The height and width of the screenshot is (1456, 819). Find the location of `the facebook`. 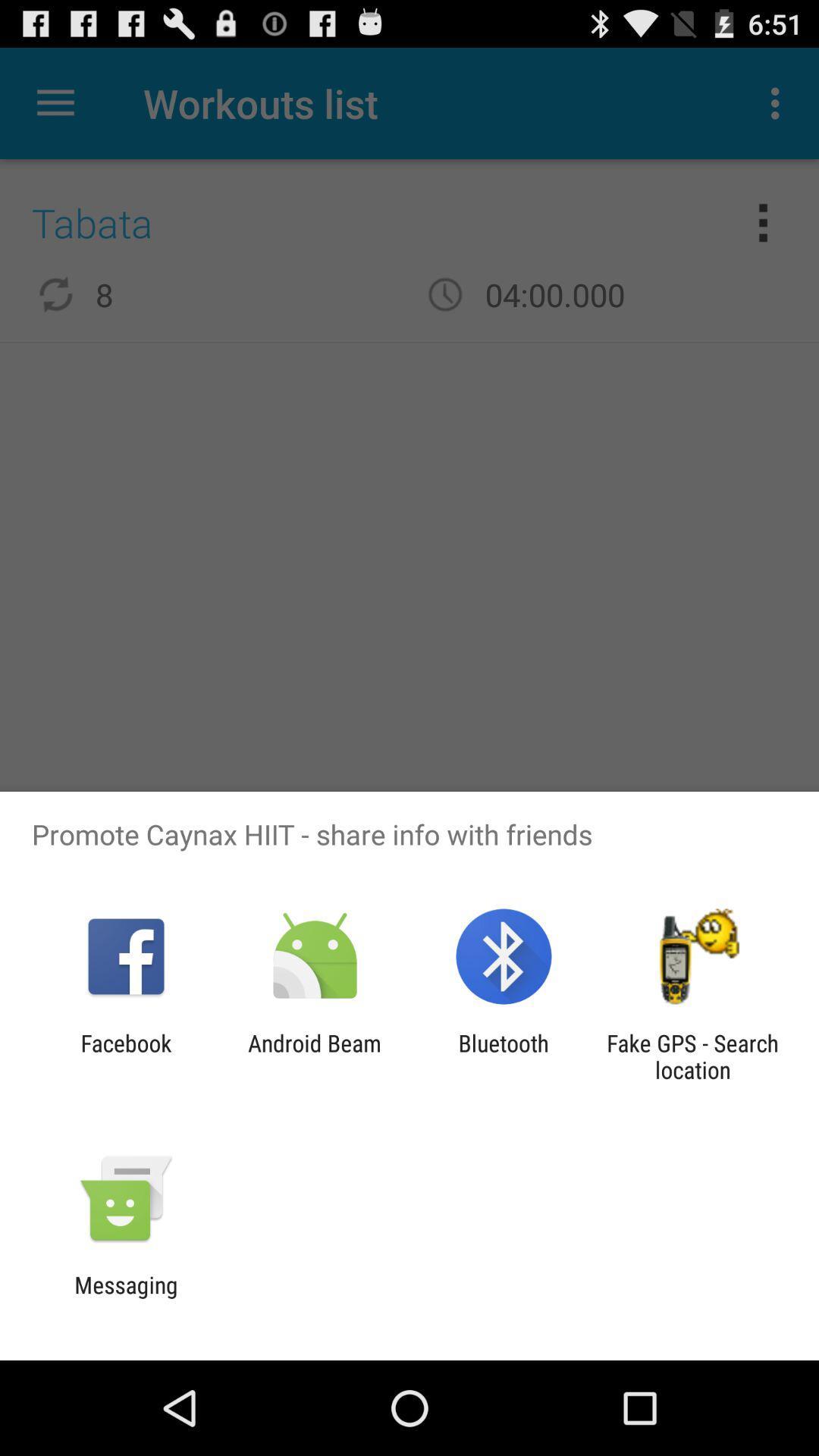

the facebook is located at coordinates (125, 1056).